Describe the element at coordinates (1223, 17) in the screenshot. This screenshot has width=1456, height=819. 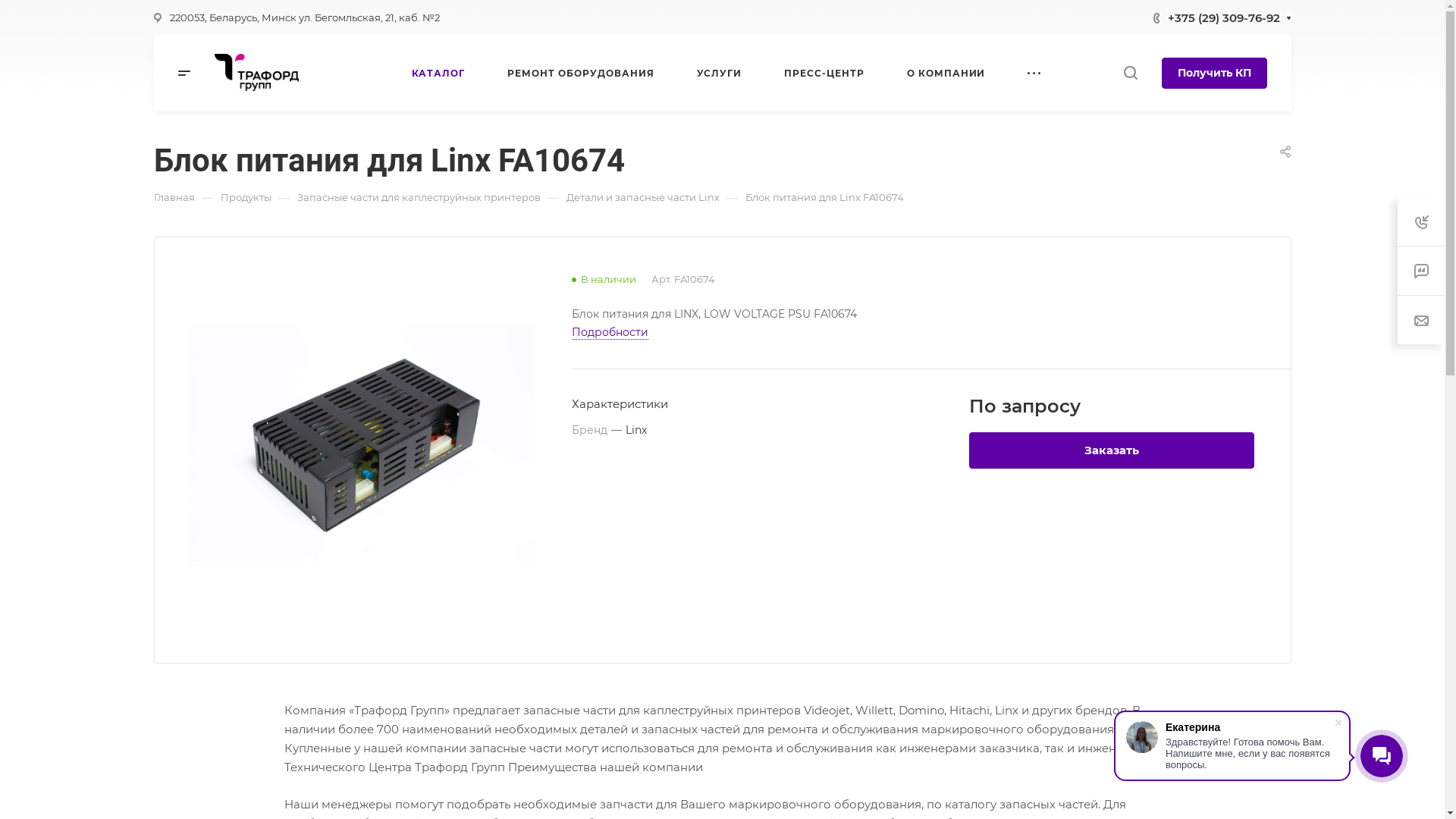
I see `'+375 (29) 309-76-92'` at that location.